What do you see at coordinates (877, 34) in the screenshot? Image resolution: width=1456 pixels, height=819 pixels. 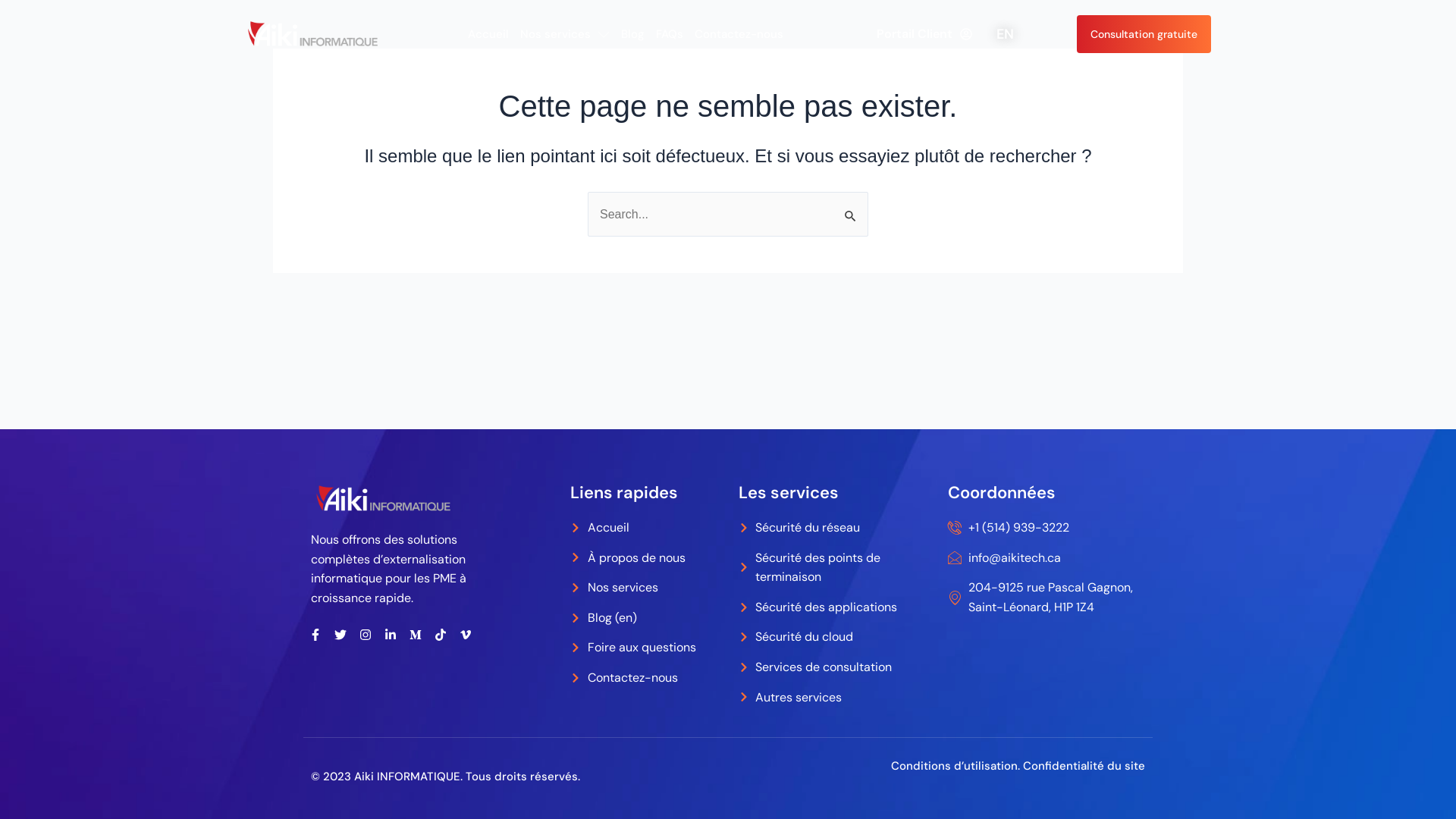 I see `'Portail Client'` at bounding box center [877, 34].